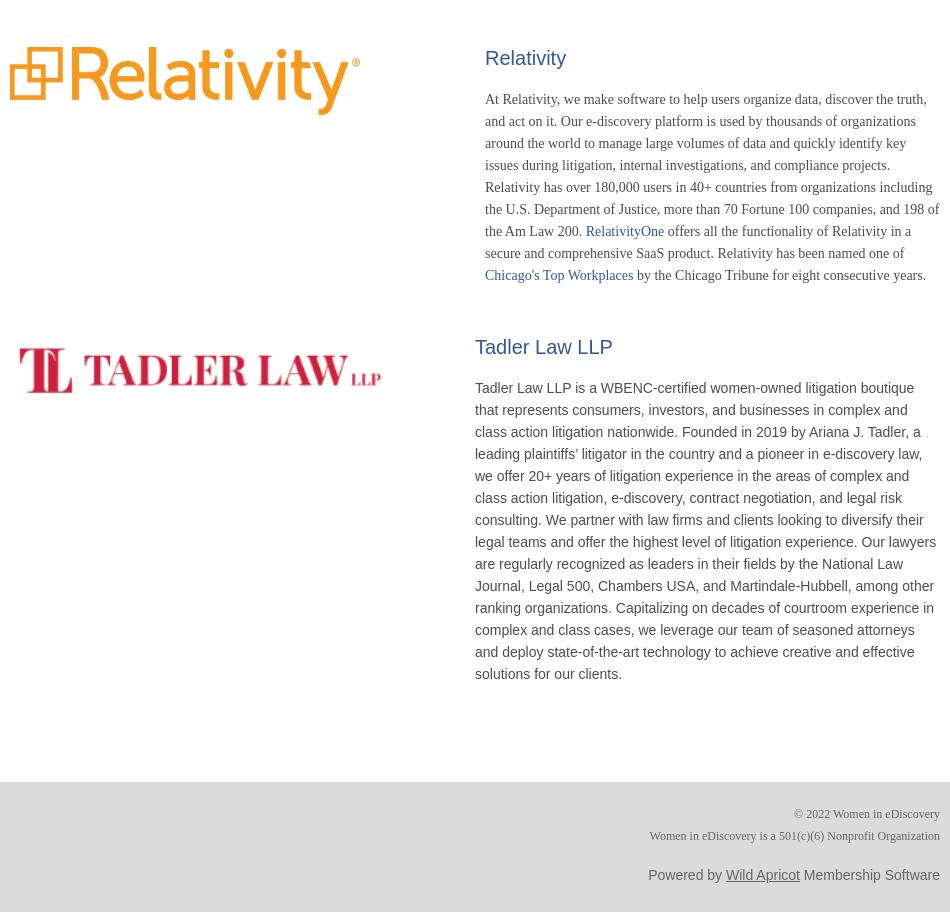 The width and height of the screenshot is (950, 912). Describe the element at coordinates (705, 528) in the screenshot. I see `'Tadler Law LLP is a WBENC-certified women-owned litigation boutique that represents consumers, investors, and businesses in complex and class action litigation nationwide. Founded in 2019 by Ariana J. Tadler, a leading plaintiffs’ litigator in the country and a pioneer in e-discovery law, we offer 20+ years of litigation experience in the areas of complex and class action litigation, e-discovery, contract negotiation, and legal risk consulting. We partner with law firms and clients looking to diversify their legal teams and offer the highest level of litigation experience. Our lawyers are regularly recognized as leaders in their fields by the National Law Journal, Legal 500, Chambers USA, and Martindale-Hubbell, among other ranking organizations. Capitalizing on decades of courtroom experience in complex and class cases, we leverage our team of seasoned attorneys and deploy state-of-the-art technology to achieve creative and effective solutions for our clients.'` at that location.